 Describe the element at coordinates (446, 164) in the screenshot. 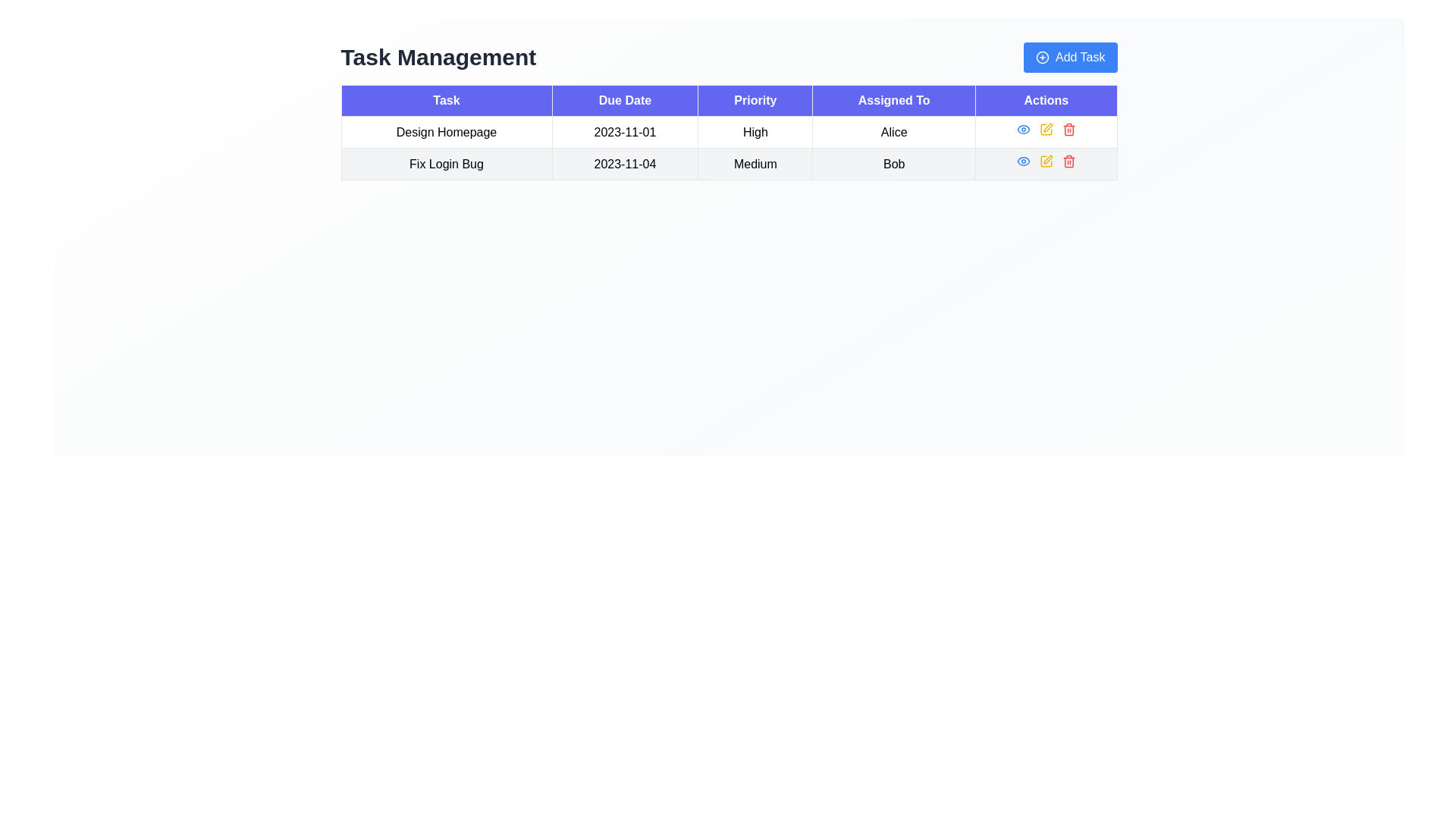

I see `the 'Fix Login Bug' text label, which is styled with centered alignment and located in the leftmost cell of the second row under the header 'Task'` at that location.